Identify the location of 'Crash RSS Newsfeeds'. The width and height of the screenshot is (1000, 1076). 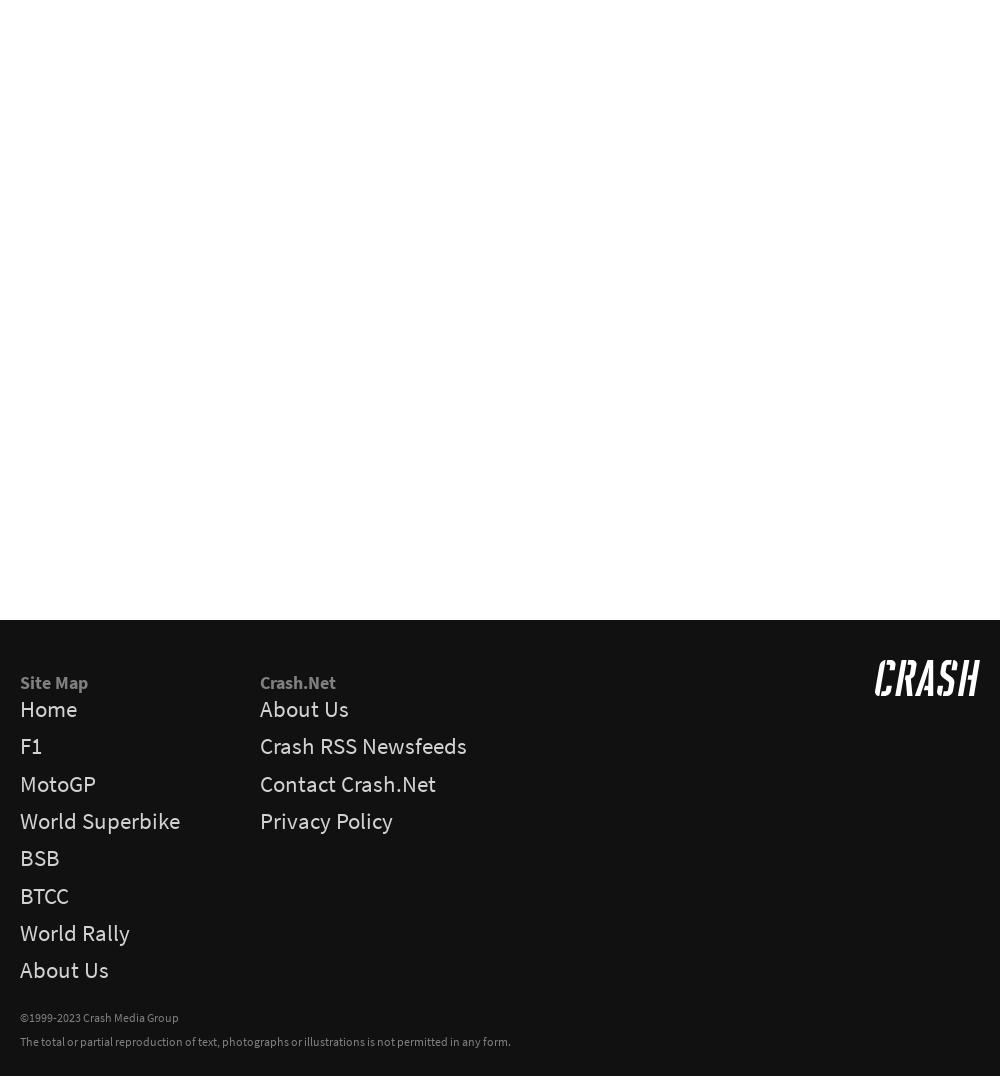
(362, 744).